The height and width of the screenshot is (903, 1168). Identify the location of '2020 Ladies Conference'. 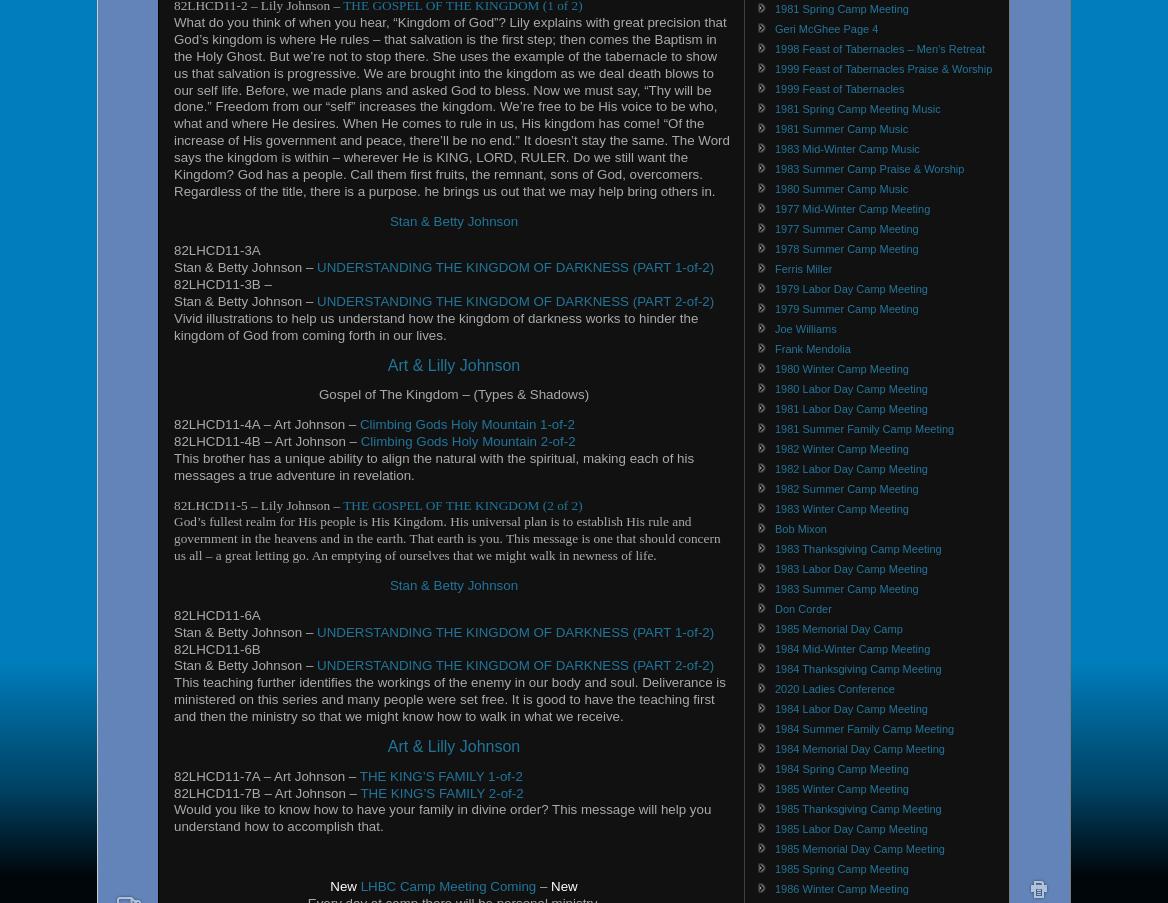
(833, 686).